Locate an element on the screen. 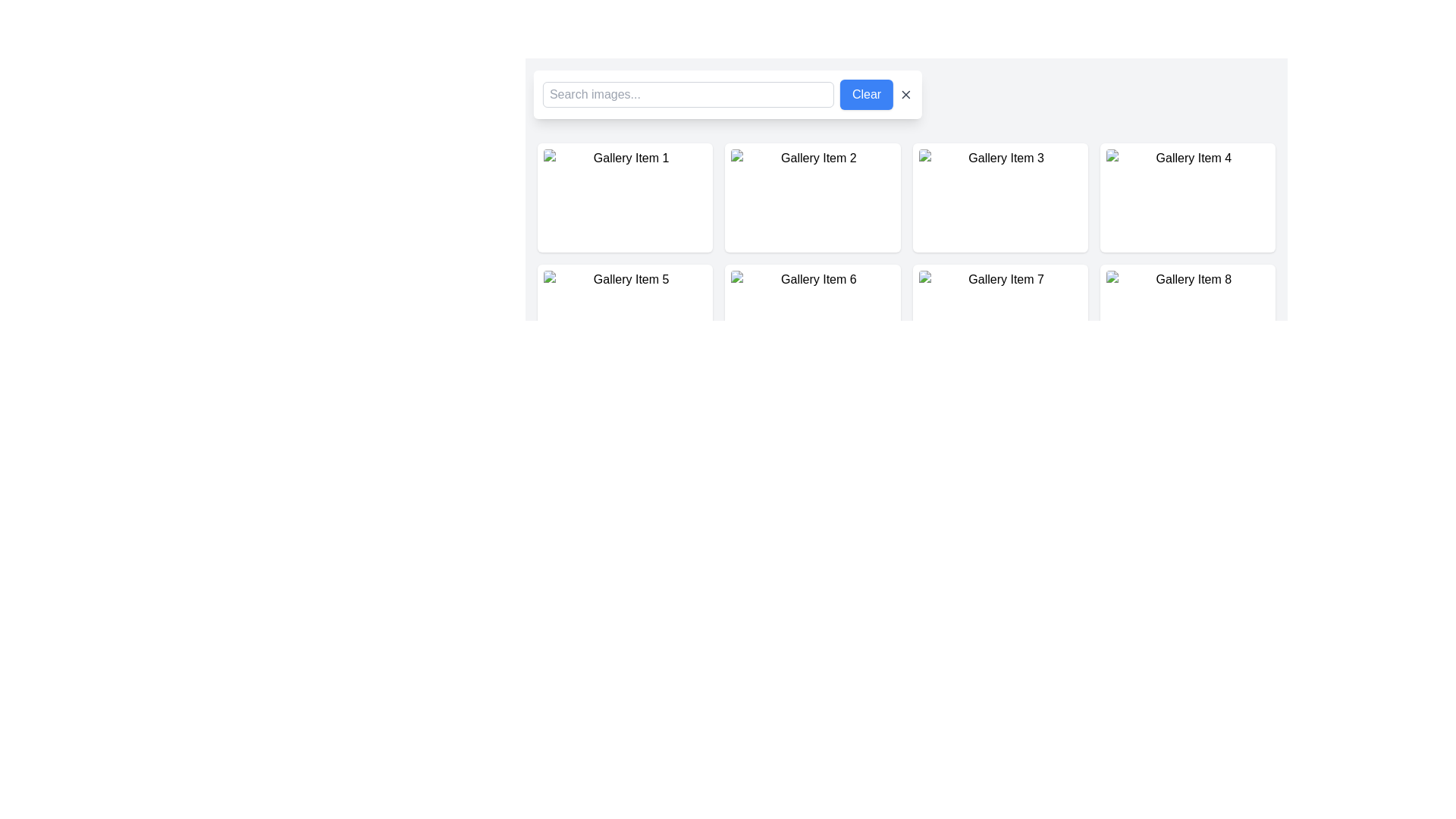  the gallery image placeholder for item 5, which is located in the first position of the second row is located at coordinates (625, 318).